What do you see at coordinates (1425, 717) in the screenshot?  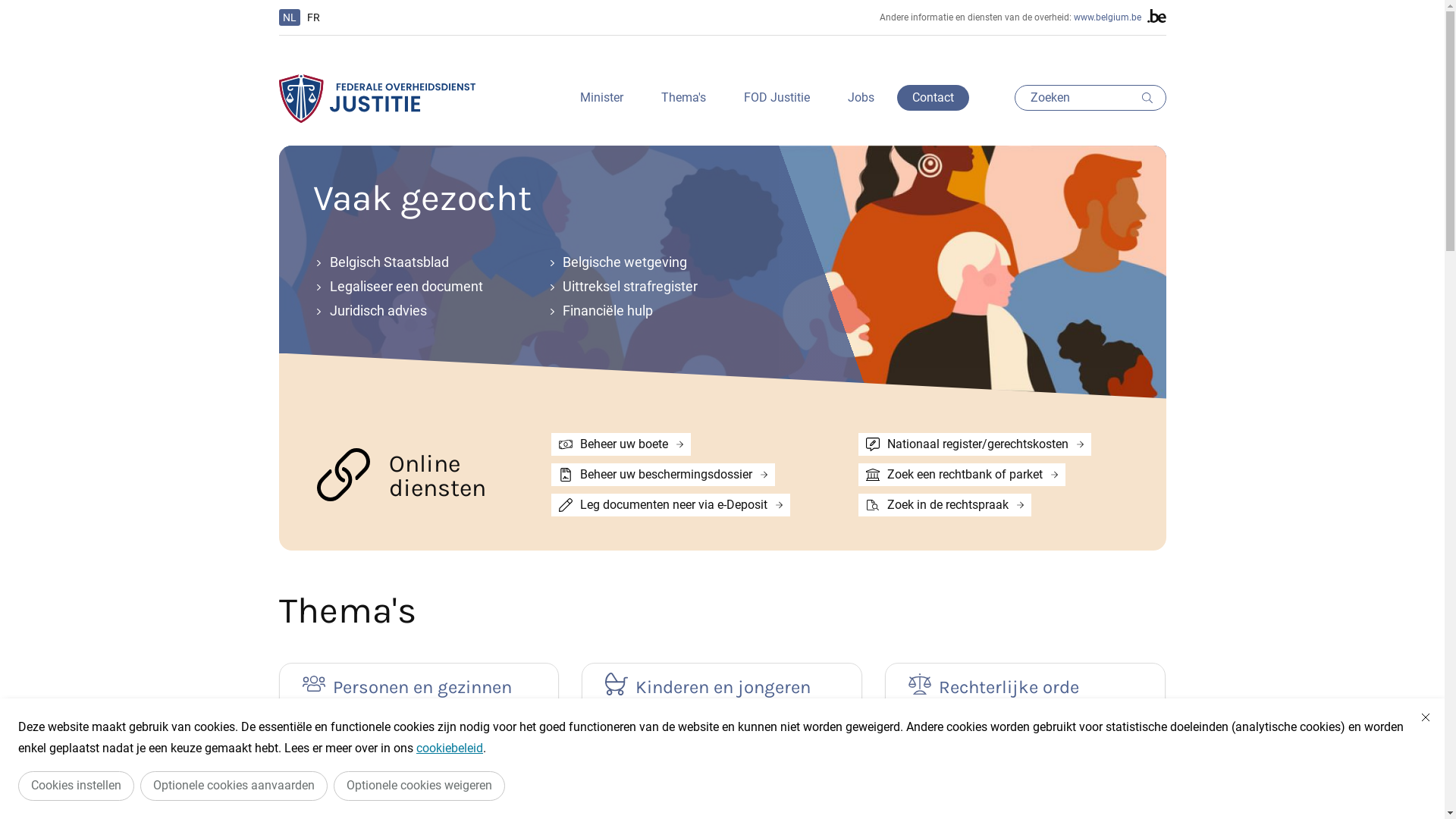 I see `'Sluiten'` at bounding box center [1425, 717].